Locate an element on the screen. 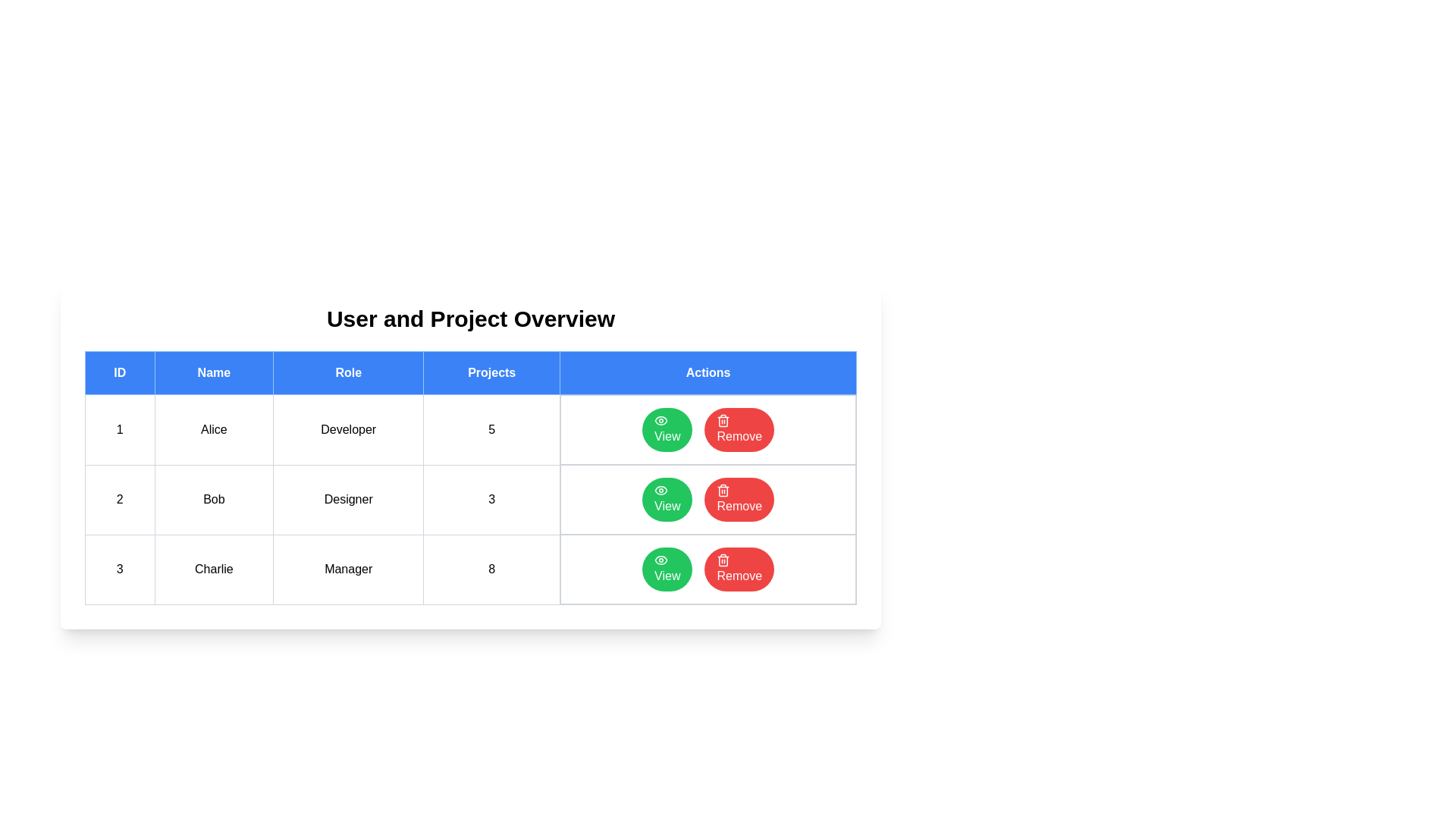 The image size is (1456, 819). the 'View' button corresponding to the user with ID 2 is located at coordinates (667, 500).